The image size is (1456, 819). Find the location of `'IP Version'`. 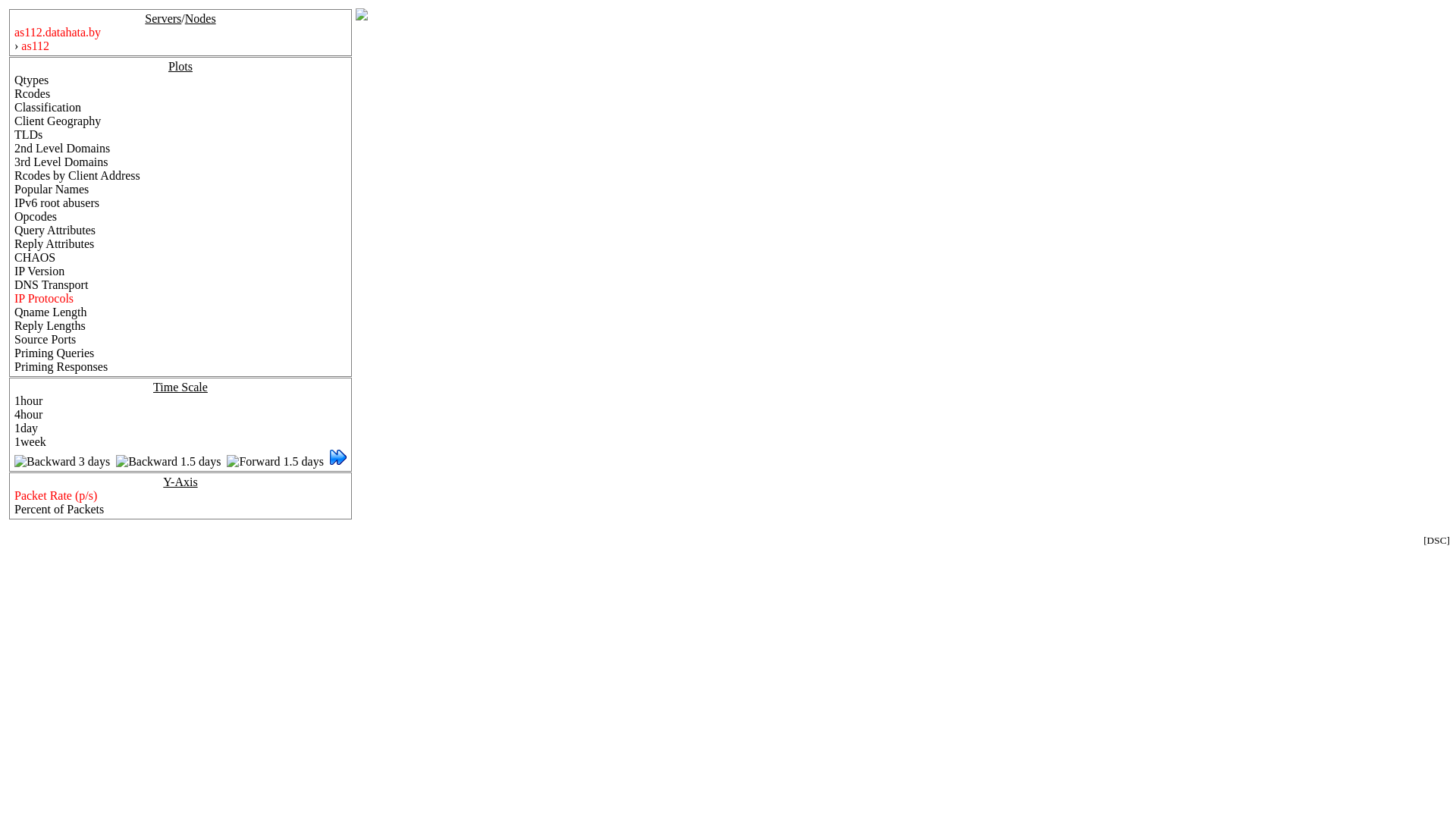

'IP Version' is located at coordinates (39, 270).